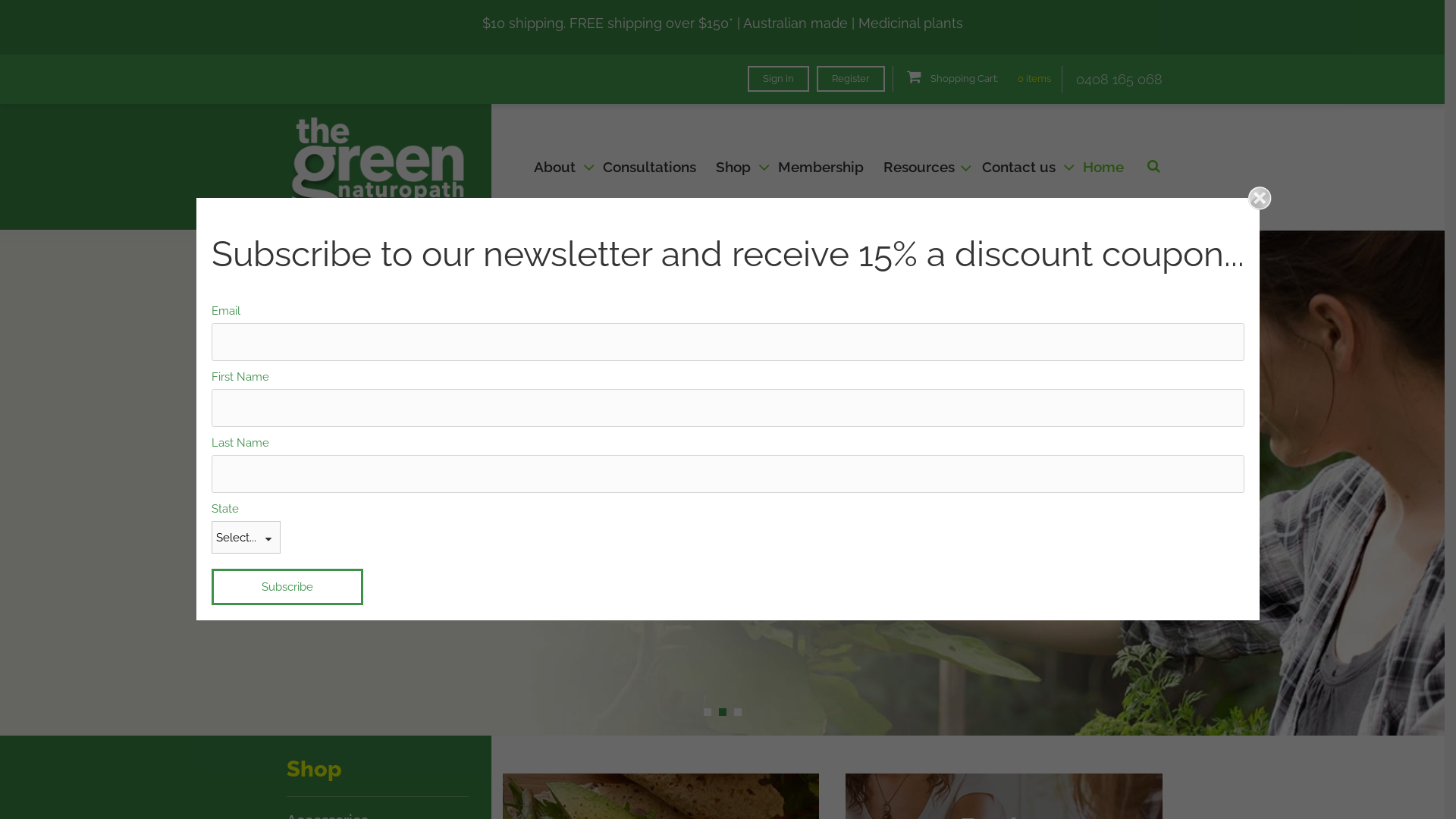 The image size is (1456, 819). Describe the element at coordinates (778, 166) in the screenshot. I see `'Membership'` at that location.